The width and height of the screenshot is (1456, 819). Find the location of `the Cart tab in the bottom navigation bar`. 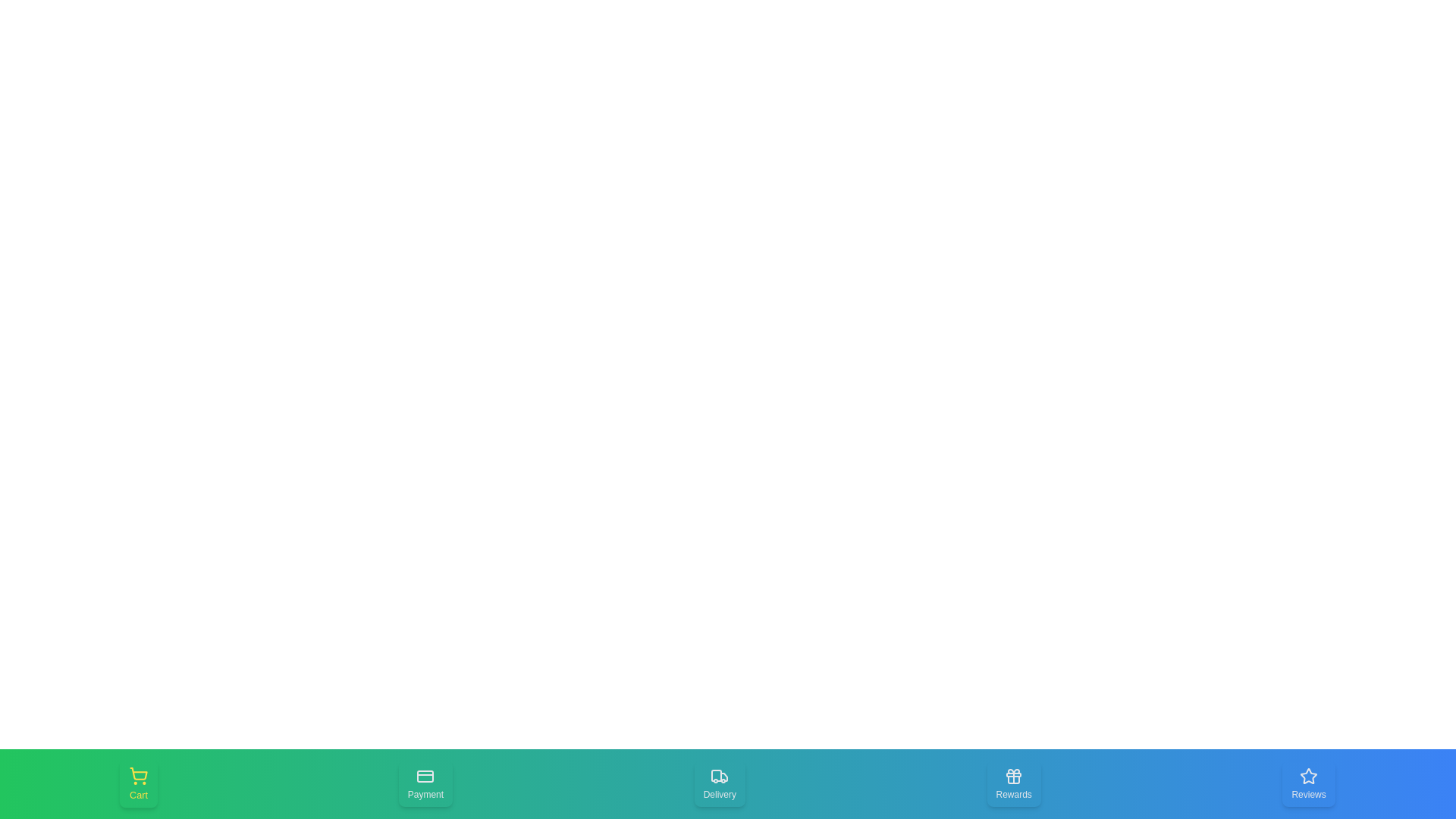

the Cart tab in the bottom navigation bar is located at coordinates (138, 783).